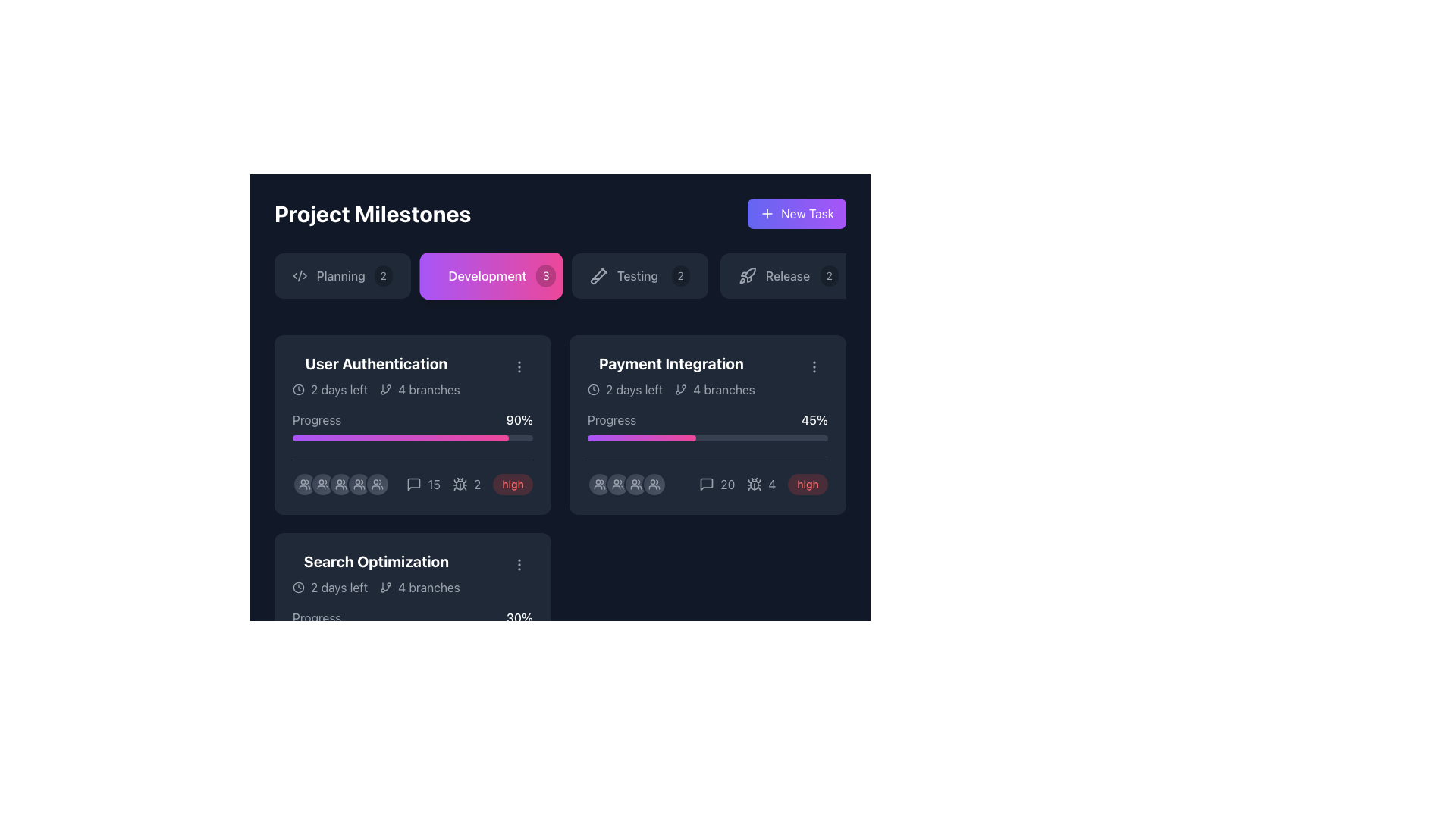 Image resolution: width=1456 pixels, height=819 pixels. Describe the element at coordinates (670, 388) in the screenshot. I see `the metadata display with icons and text that shows '2 days left' and '4 branches'` at that location.